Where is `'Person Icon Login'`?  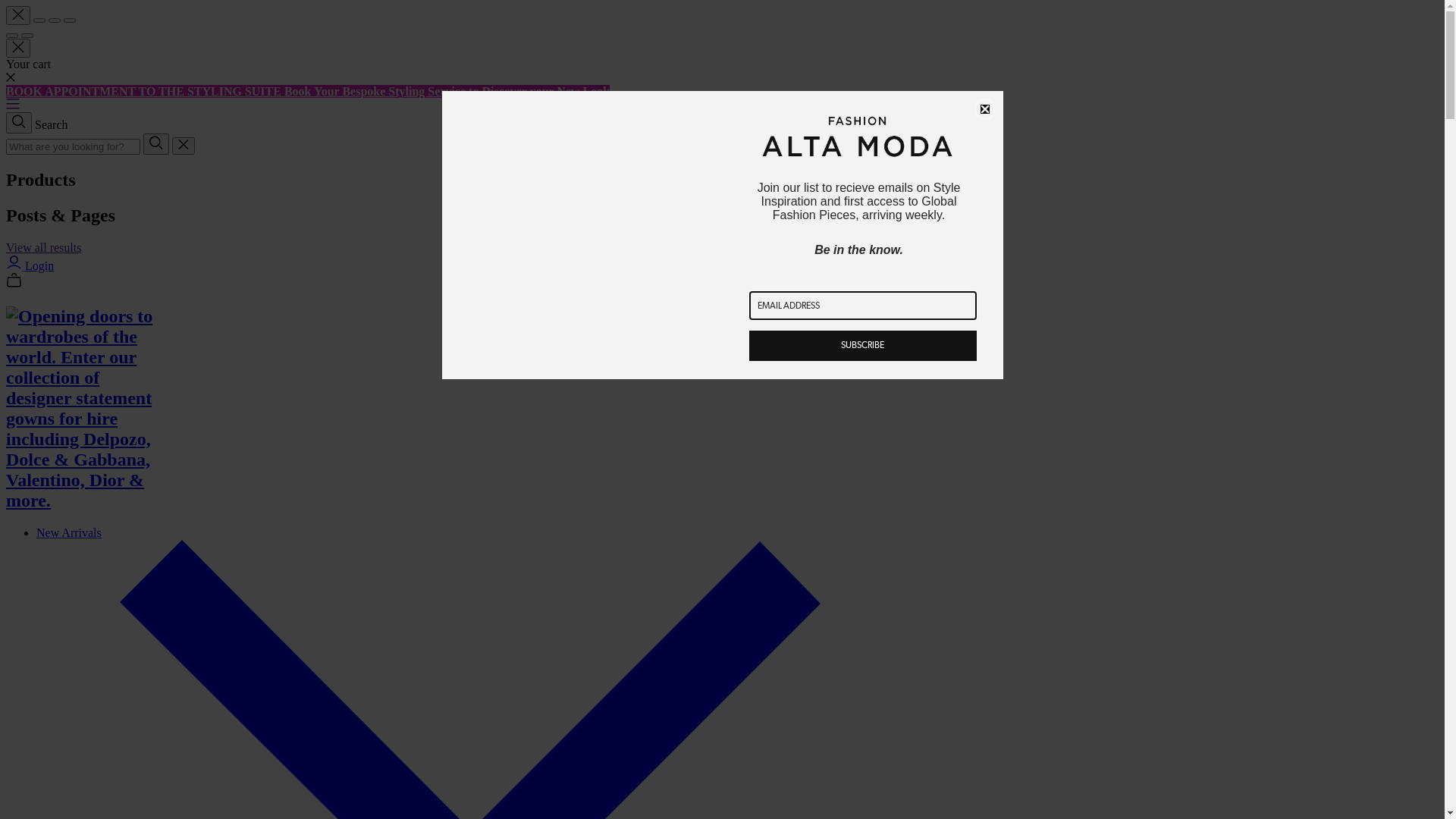
'Person Icon Login' is located at coordinates (6, 265).